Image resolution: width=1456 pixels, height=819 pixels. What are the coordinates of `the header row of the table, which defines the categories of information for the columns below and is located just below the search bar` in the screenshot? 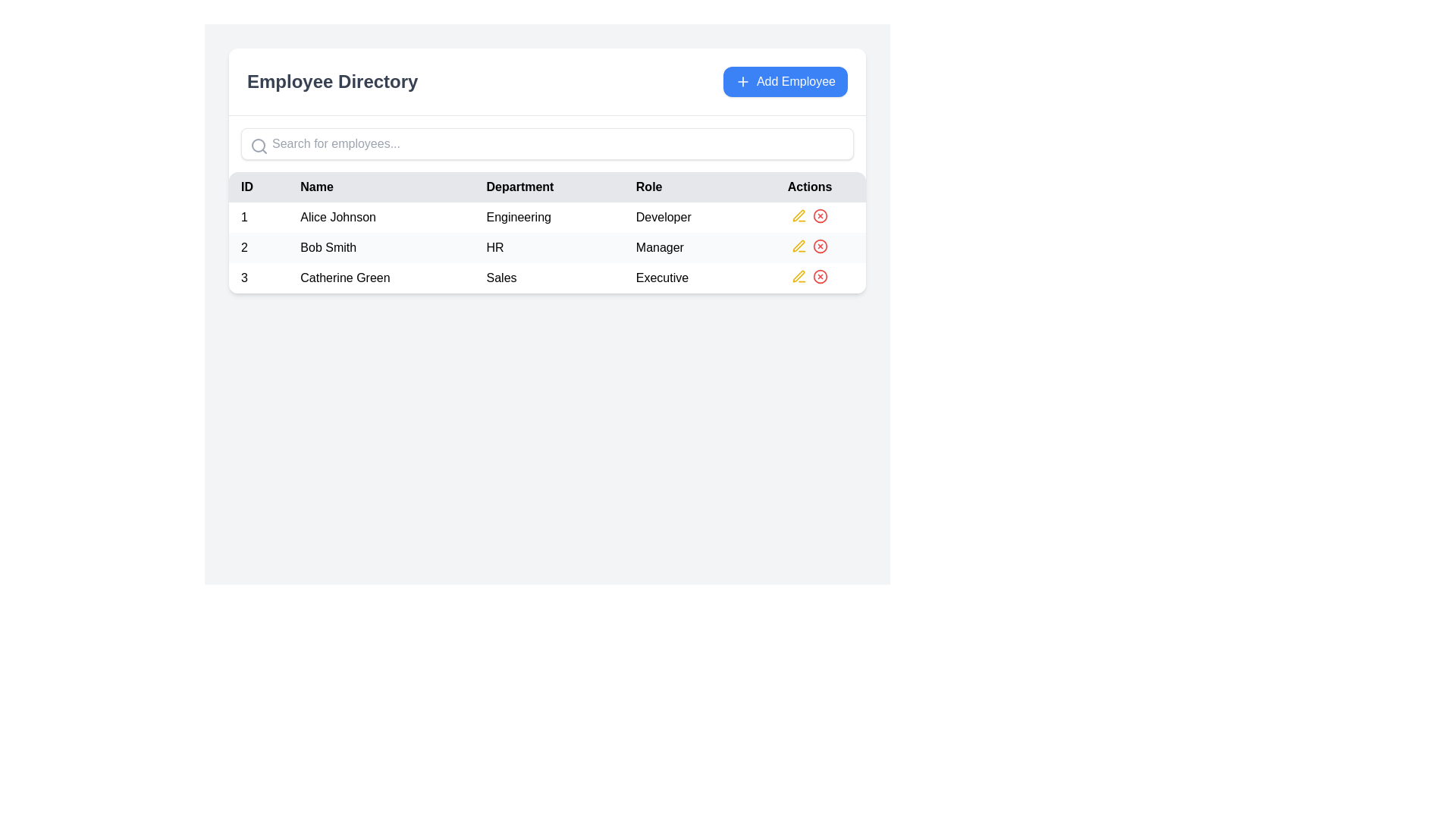 It's located at (546, 186).